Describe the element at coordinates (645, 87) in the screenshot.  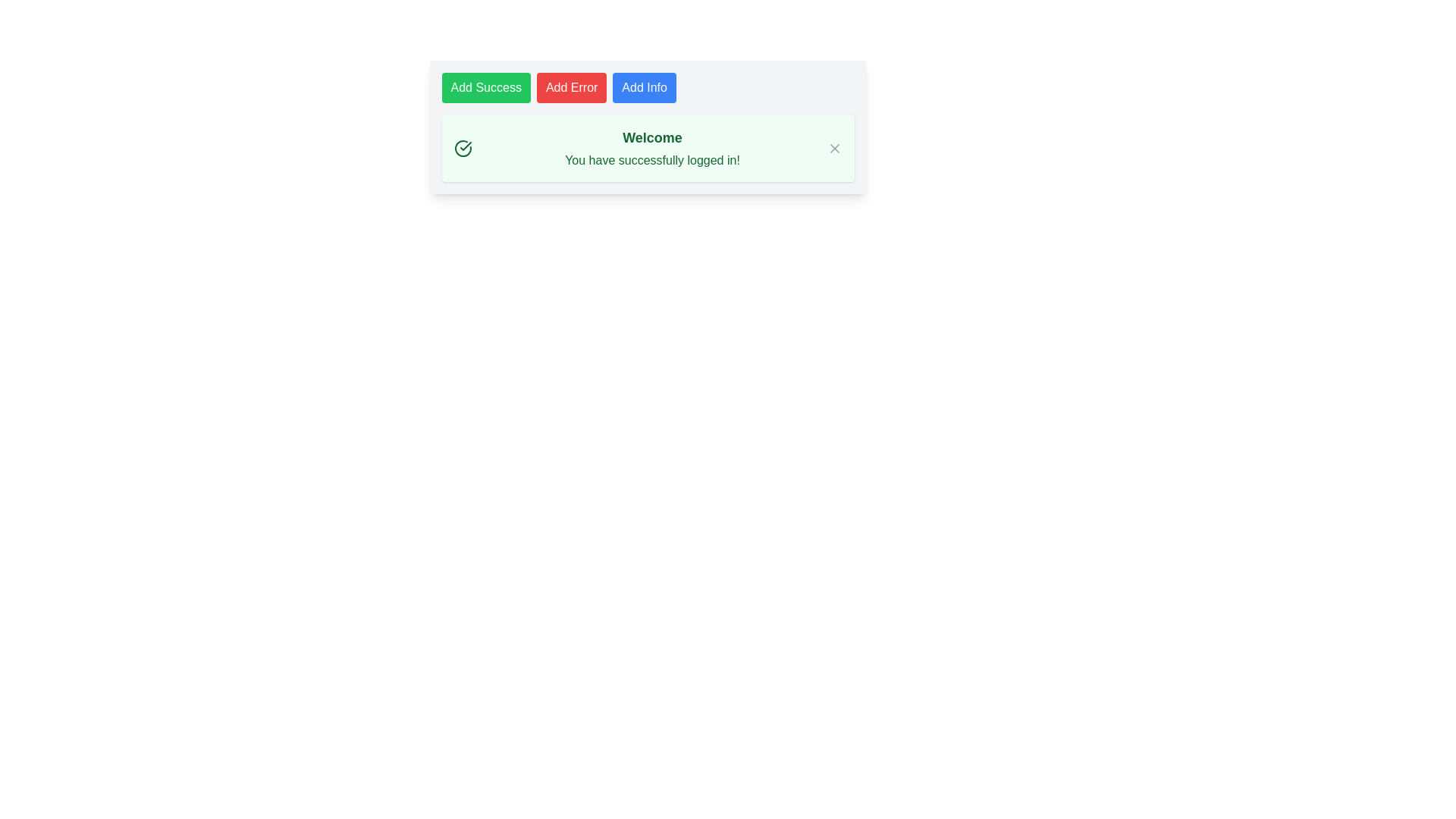
I see `the 'Add Info' button, which is a rounded rectangular button filled with a blue background and labeled with white text, located near the top center of the layout` at that location.